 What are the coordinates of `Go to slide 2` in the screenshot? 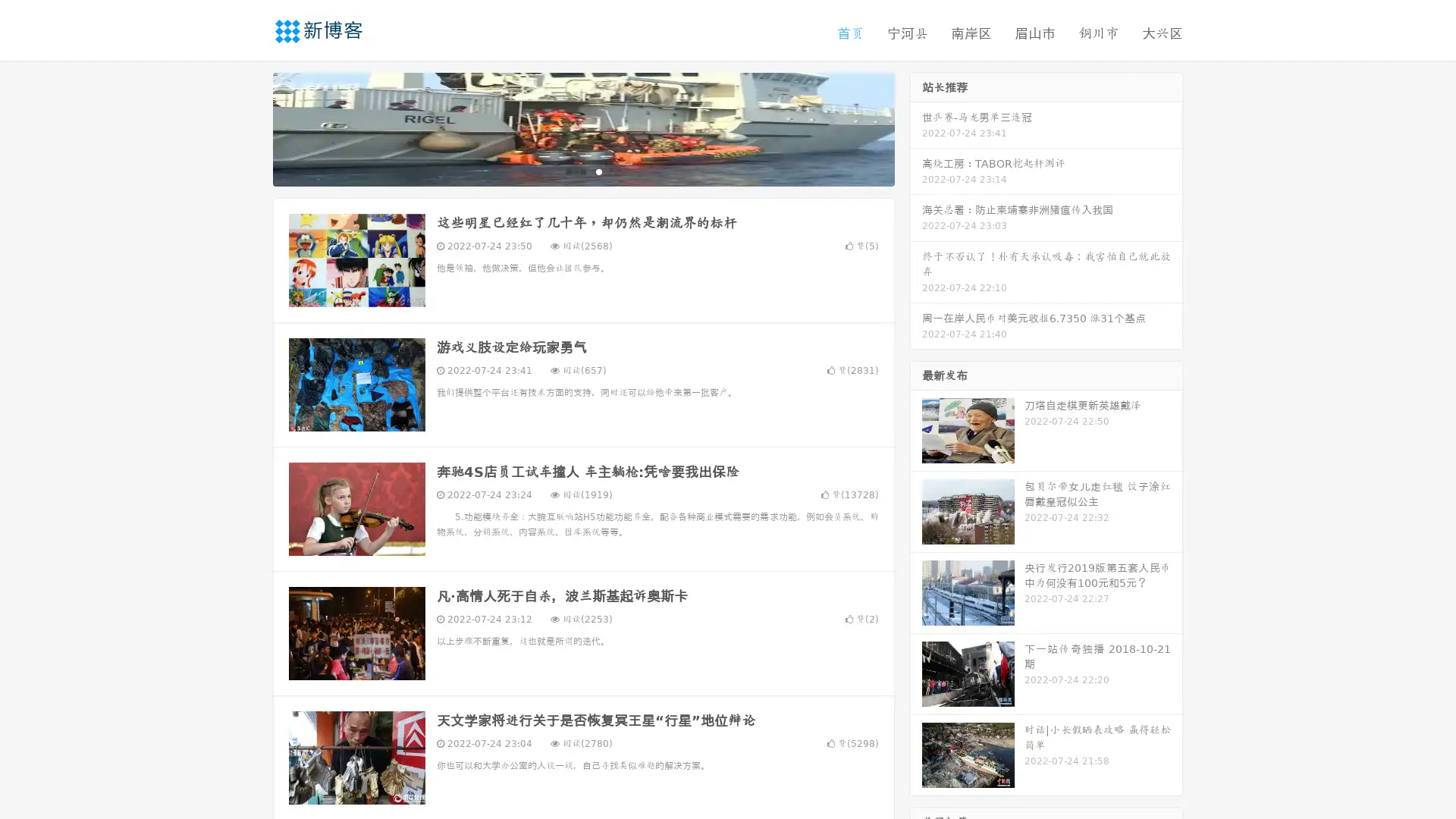 It's located at (582, 171).